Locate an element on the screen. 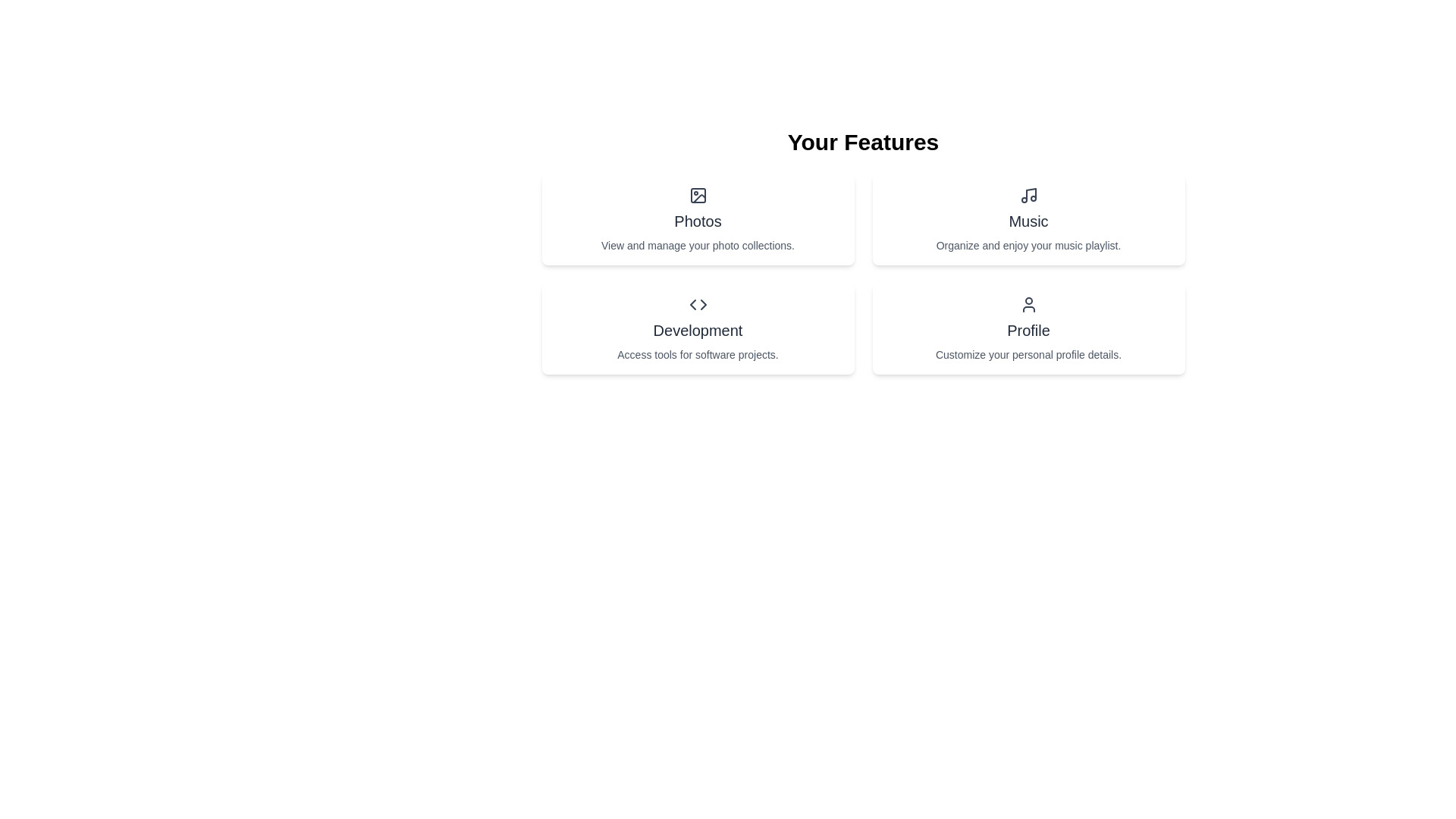  the text display component that says 'View and manage your photo collections.' which is located at the bottom of the card titled 'Photos.' is located at coordinates (697, 245).